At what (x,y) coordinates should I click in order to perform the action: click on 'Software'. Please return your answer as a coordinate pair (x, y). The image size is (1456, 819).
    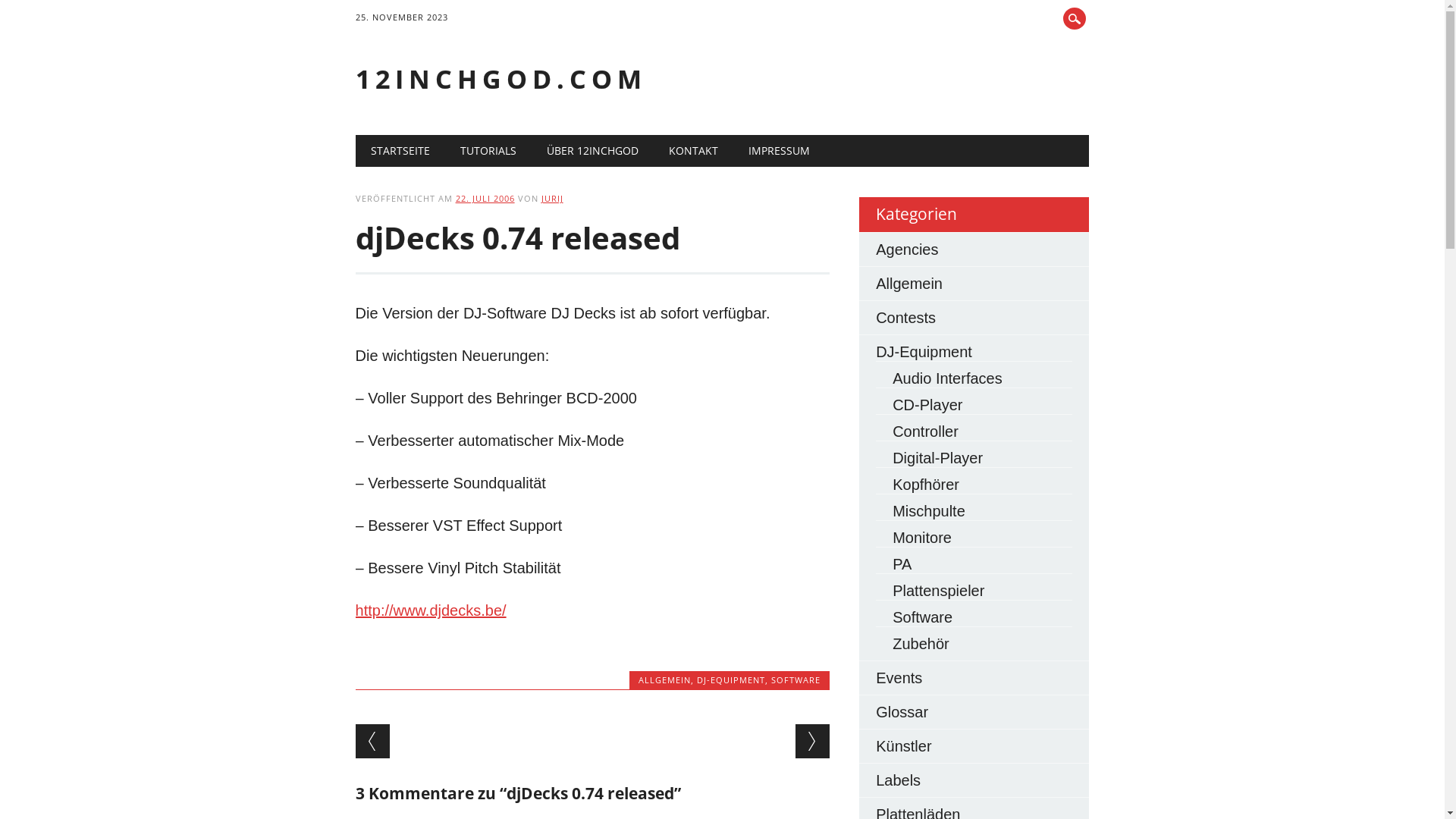
    Looking at the image, I should click on (921, 617).